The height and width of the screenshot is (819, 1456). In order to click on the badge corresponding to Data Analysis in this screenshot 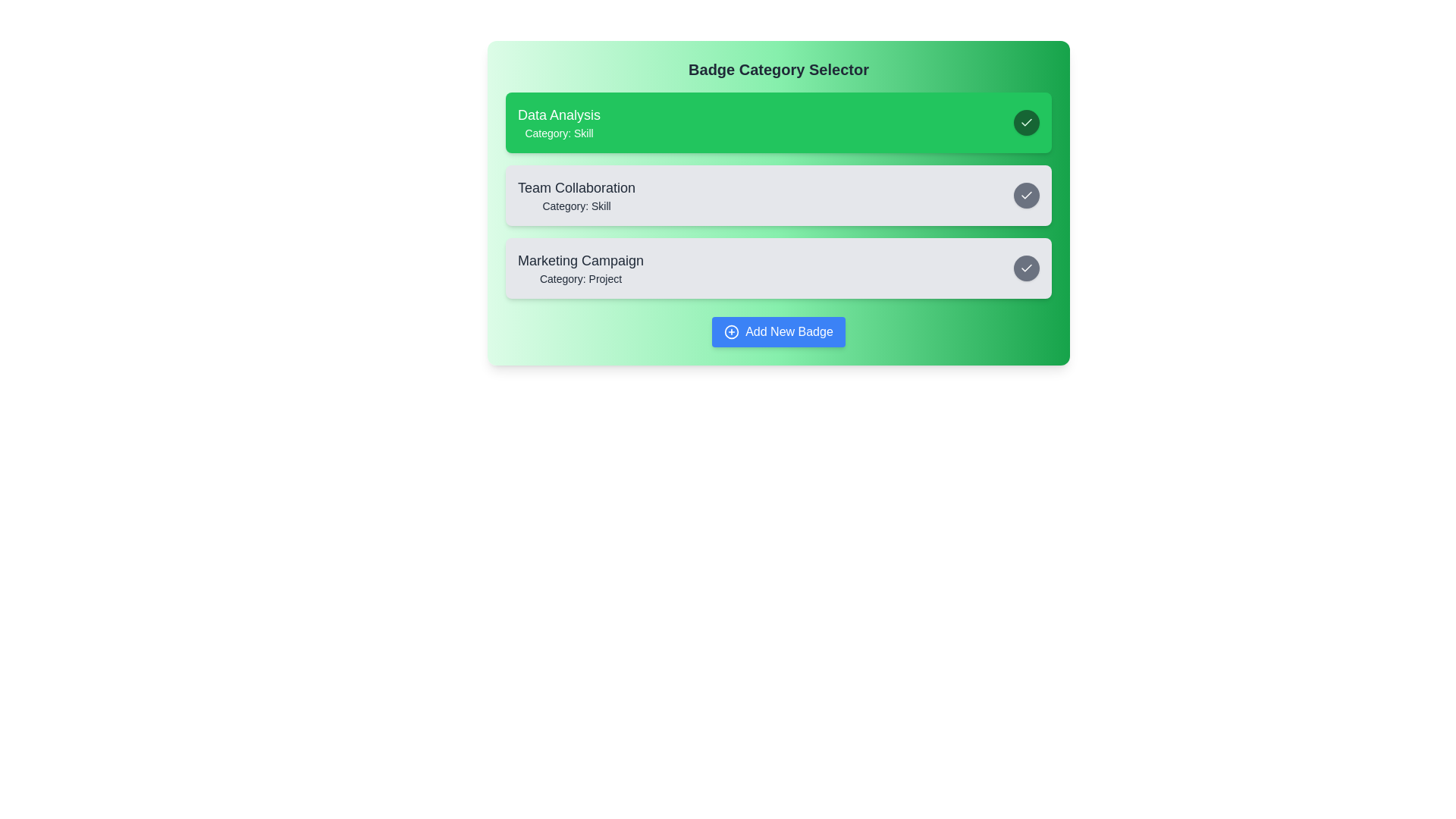, I will do `click(779, 122)`.